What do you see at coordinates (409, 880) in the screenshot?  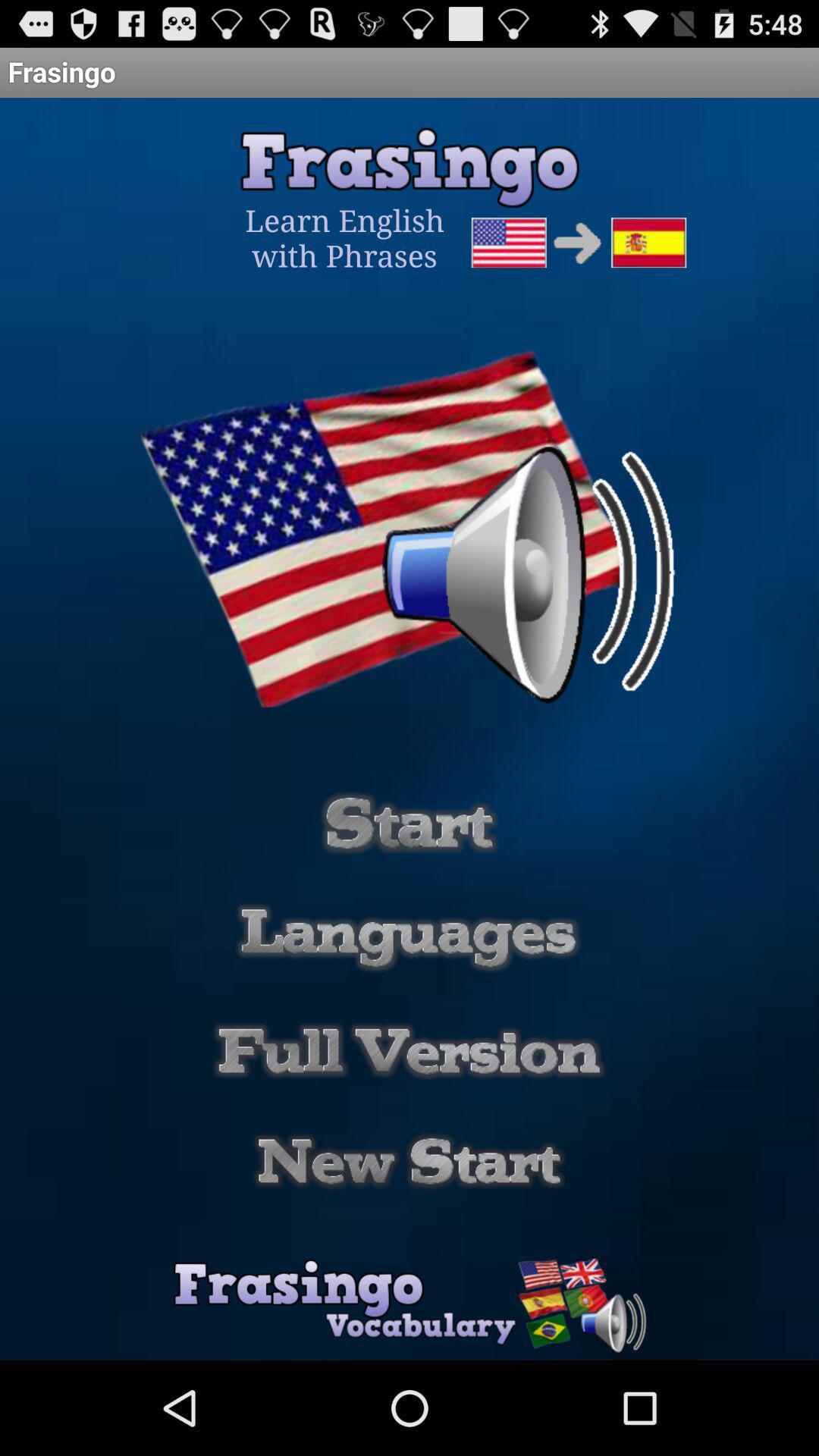 I see `the sliders icon` at bounding box center [409, 880].